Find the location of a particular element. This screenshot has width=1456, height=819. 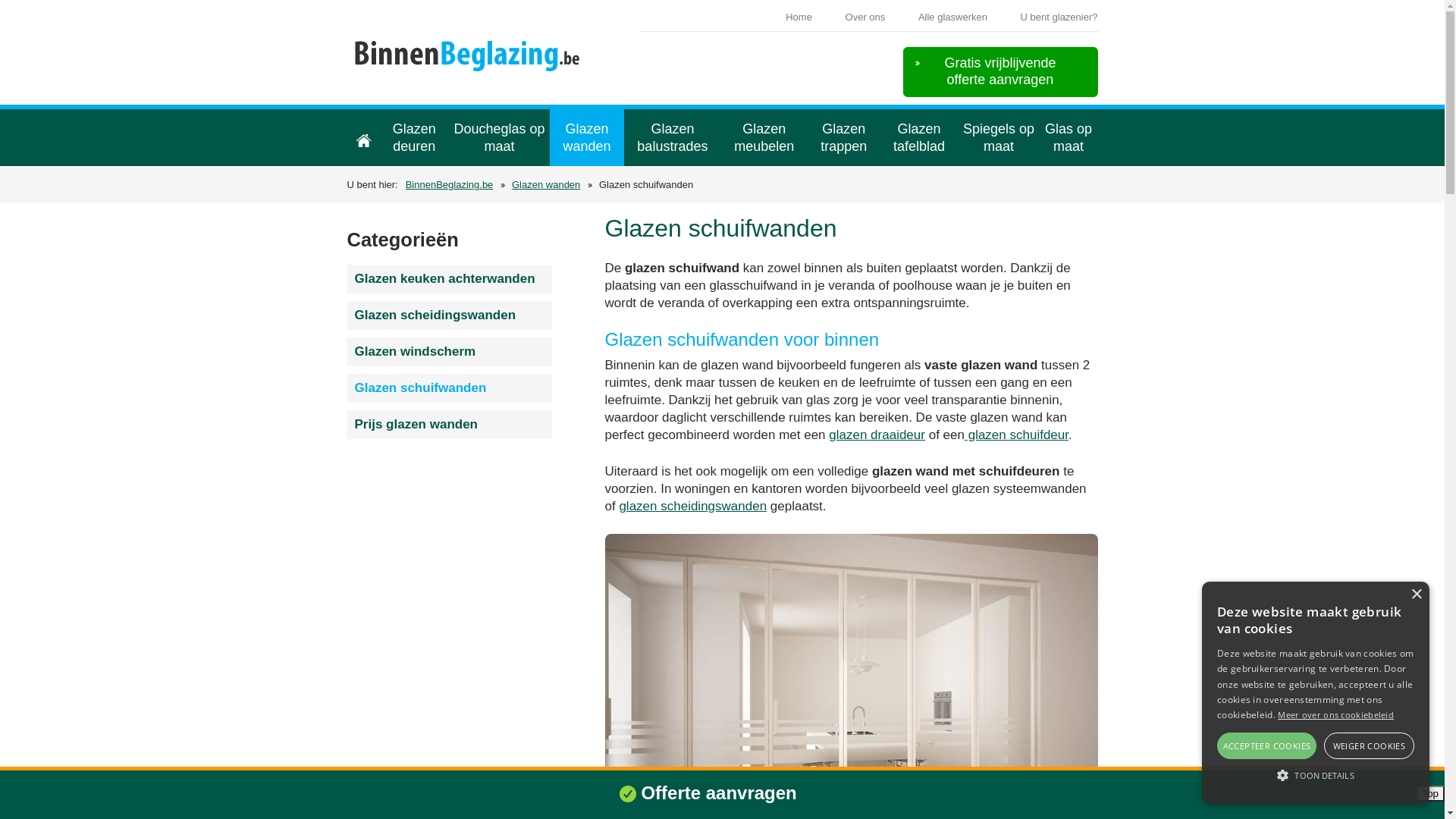

'Glazen windscherm' is located at coordinates (449, 351).